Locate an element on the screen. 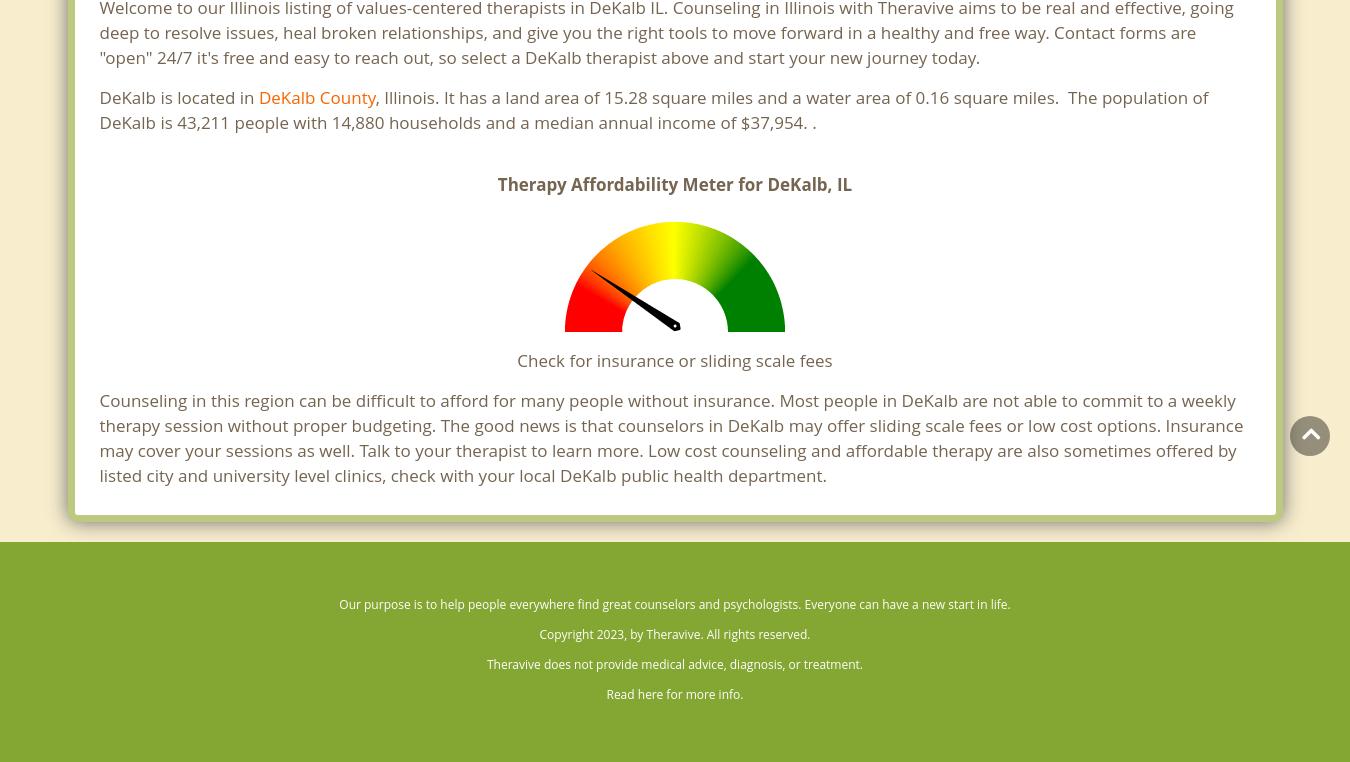 This screenshot has width=1350, height=762. 'Counseling in this region can be difficult to afford for many people without insurance.  Most people in DeKalb are not able to commit to a weekly therapy session without proper budgeting.  The good news is that counselors in DeKalb may offer sliding scale fees or low cost options.  Insurance may cover your sessions as well.  Talk to your therapist to learn more.  Low cost counseling and affordable therapy are also sometimes offered by listed city and university level clinics, check with your local DeKalb public health department.' is located at coordinates (670, 436).